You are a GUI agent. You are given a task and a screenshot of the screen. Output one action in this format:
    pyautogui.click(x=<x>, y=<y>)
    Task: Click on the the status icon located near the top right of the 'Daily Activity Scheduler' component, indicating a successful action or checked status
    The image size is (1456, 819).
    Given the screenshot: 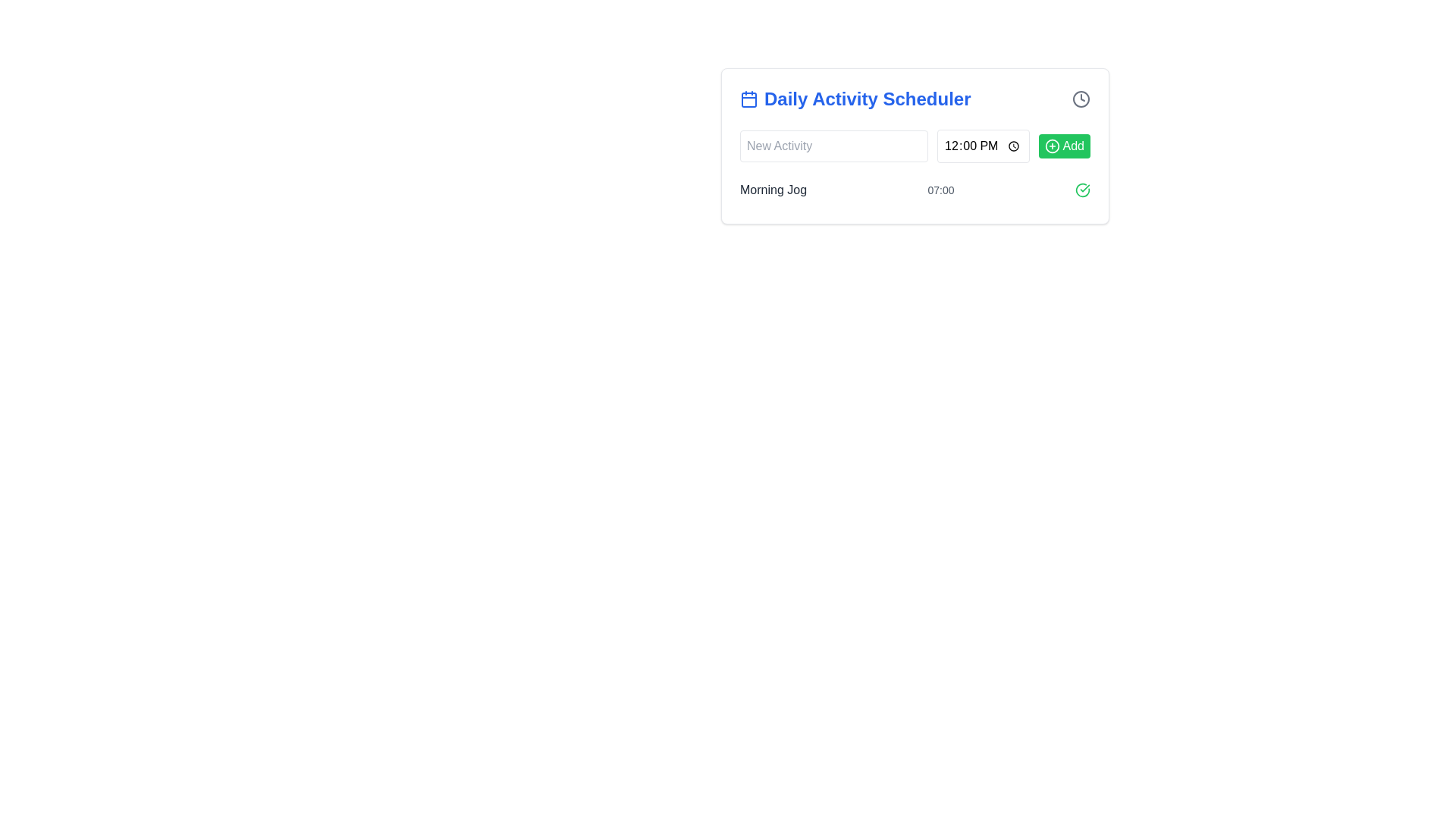 What is the action you would take?
    pyautogui.click(x=1082, y=189)
    